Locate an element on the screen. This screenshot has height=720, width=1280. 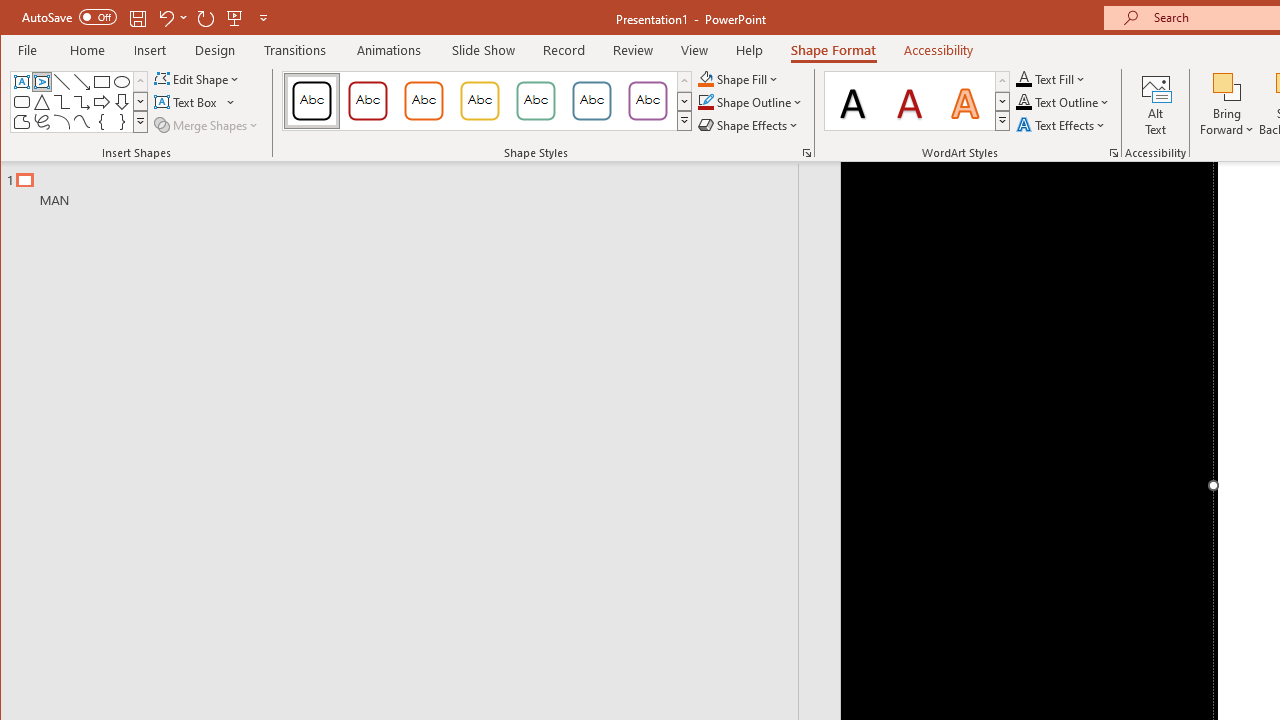
'Colored Outline - Blue-Gray, Accent 5' is located at coordinates (591, 100).